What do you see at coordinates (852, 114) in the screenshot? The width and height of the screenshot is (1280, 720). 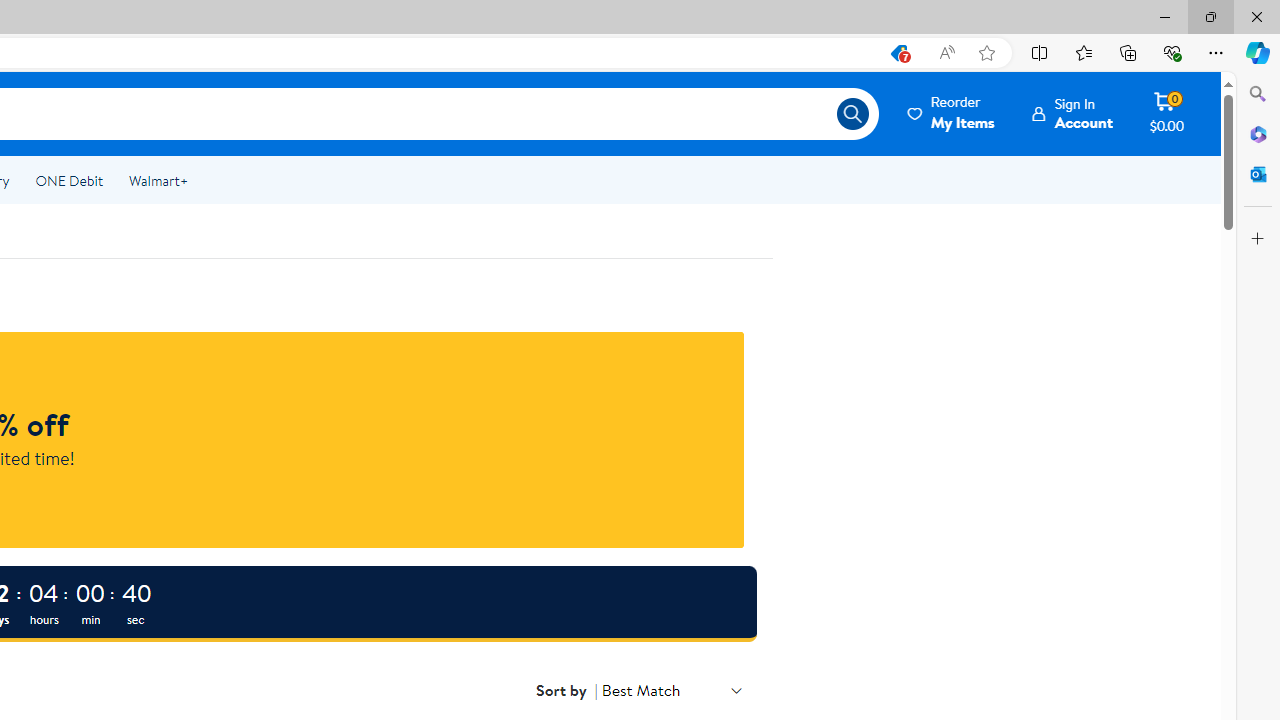 I see `'Search icon'` at bounding box center [852, 114].